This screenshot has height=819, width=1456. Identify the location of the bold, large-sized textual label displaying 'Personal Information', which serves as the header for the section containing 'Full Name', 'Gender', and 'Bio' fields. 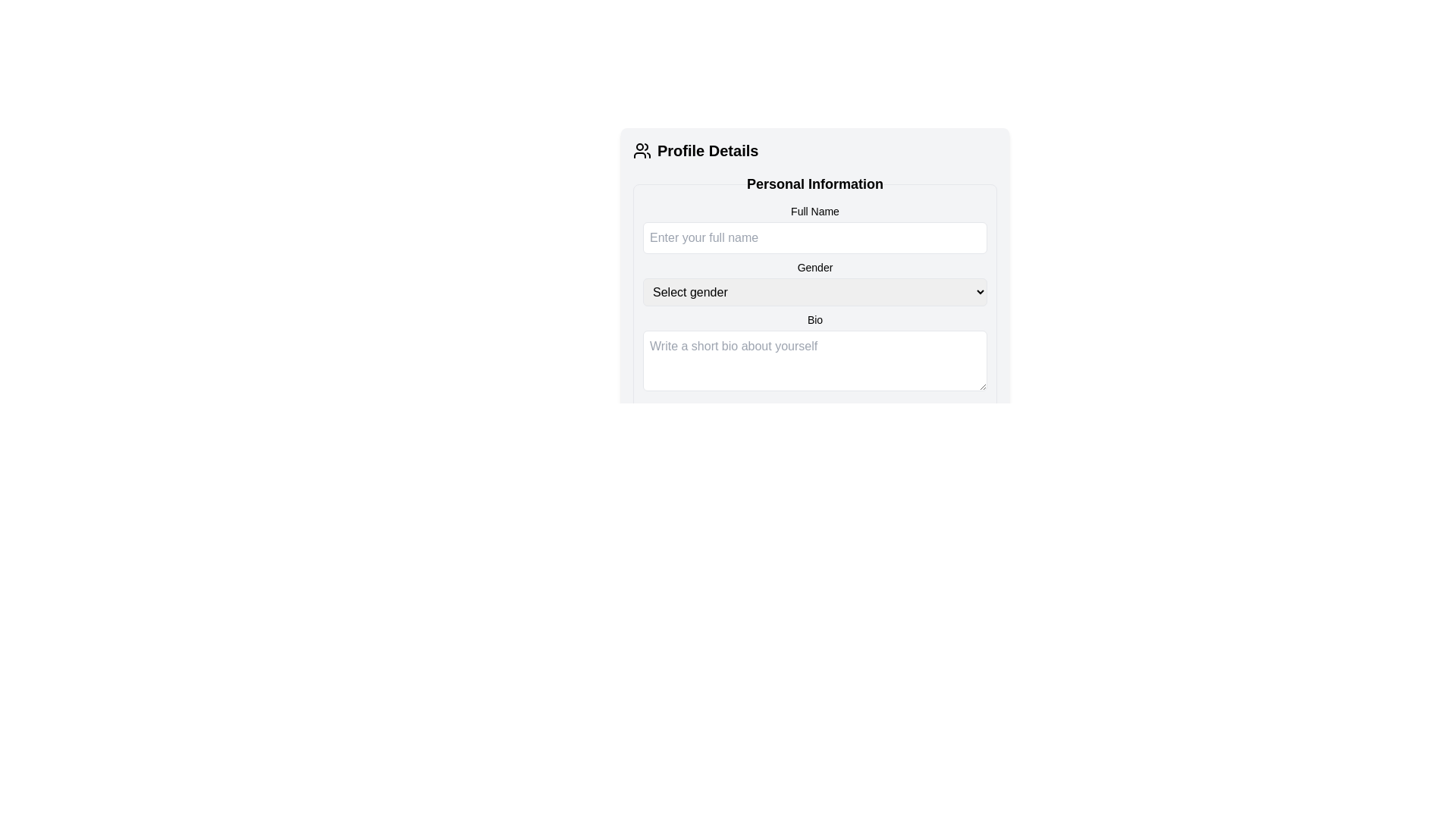
(814, 184).